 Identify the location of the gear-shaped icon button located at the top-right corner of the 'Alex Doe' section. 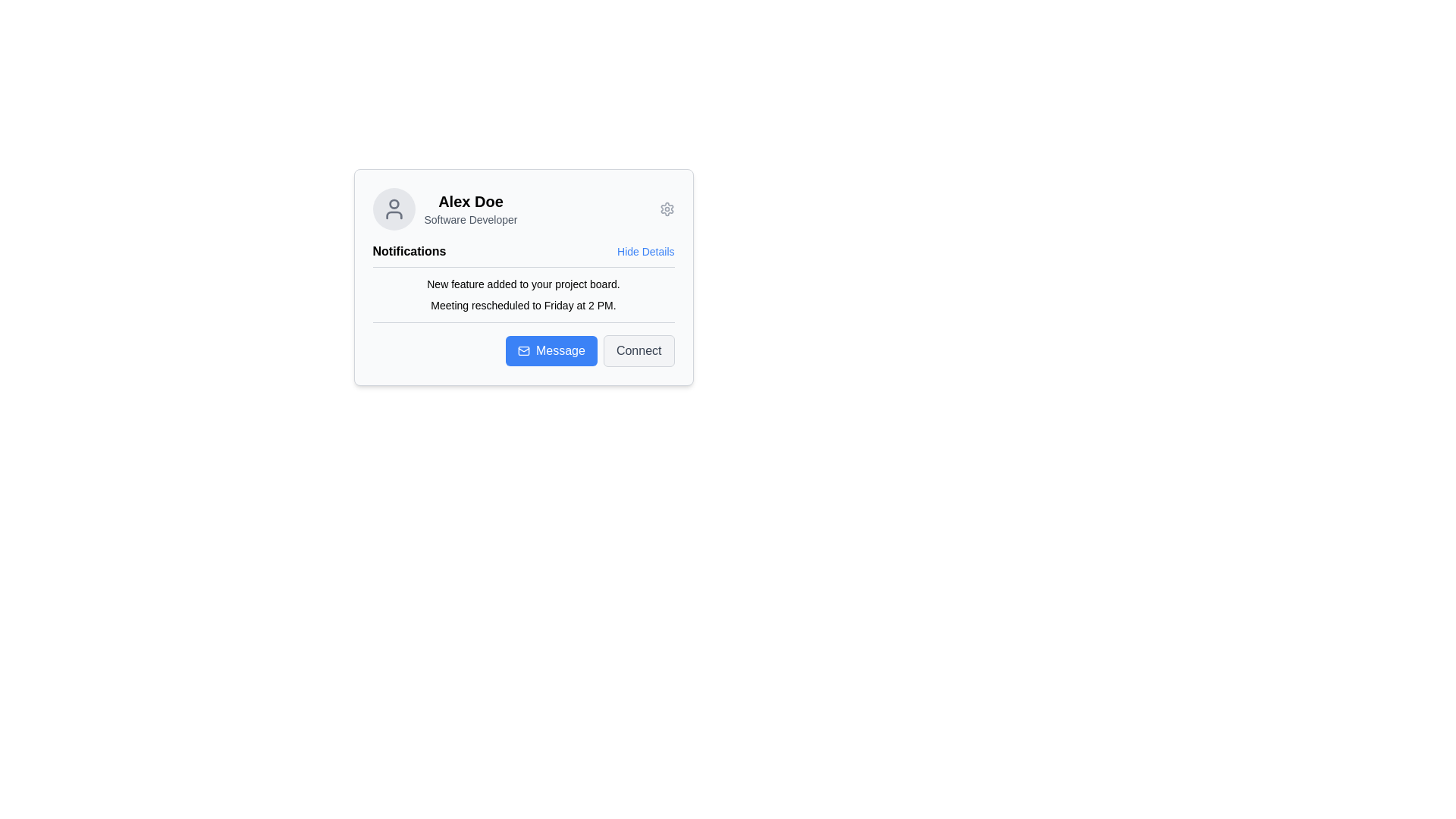
(667, 209).